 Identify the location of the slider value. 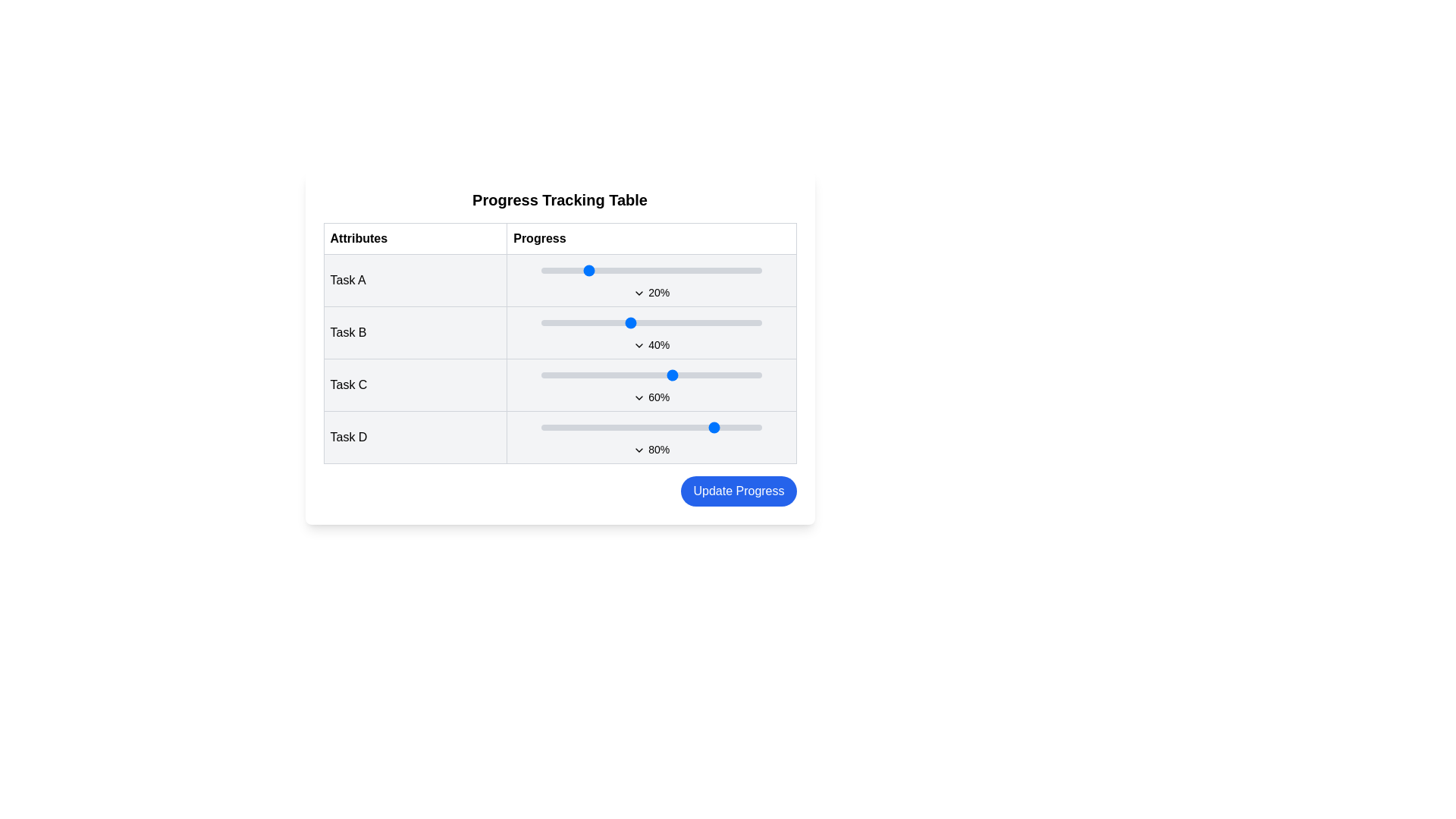
(735, 270).